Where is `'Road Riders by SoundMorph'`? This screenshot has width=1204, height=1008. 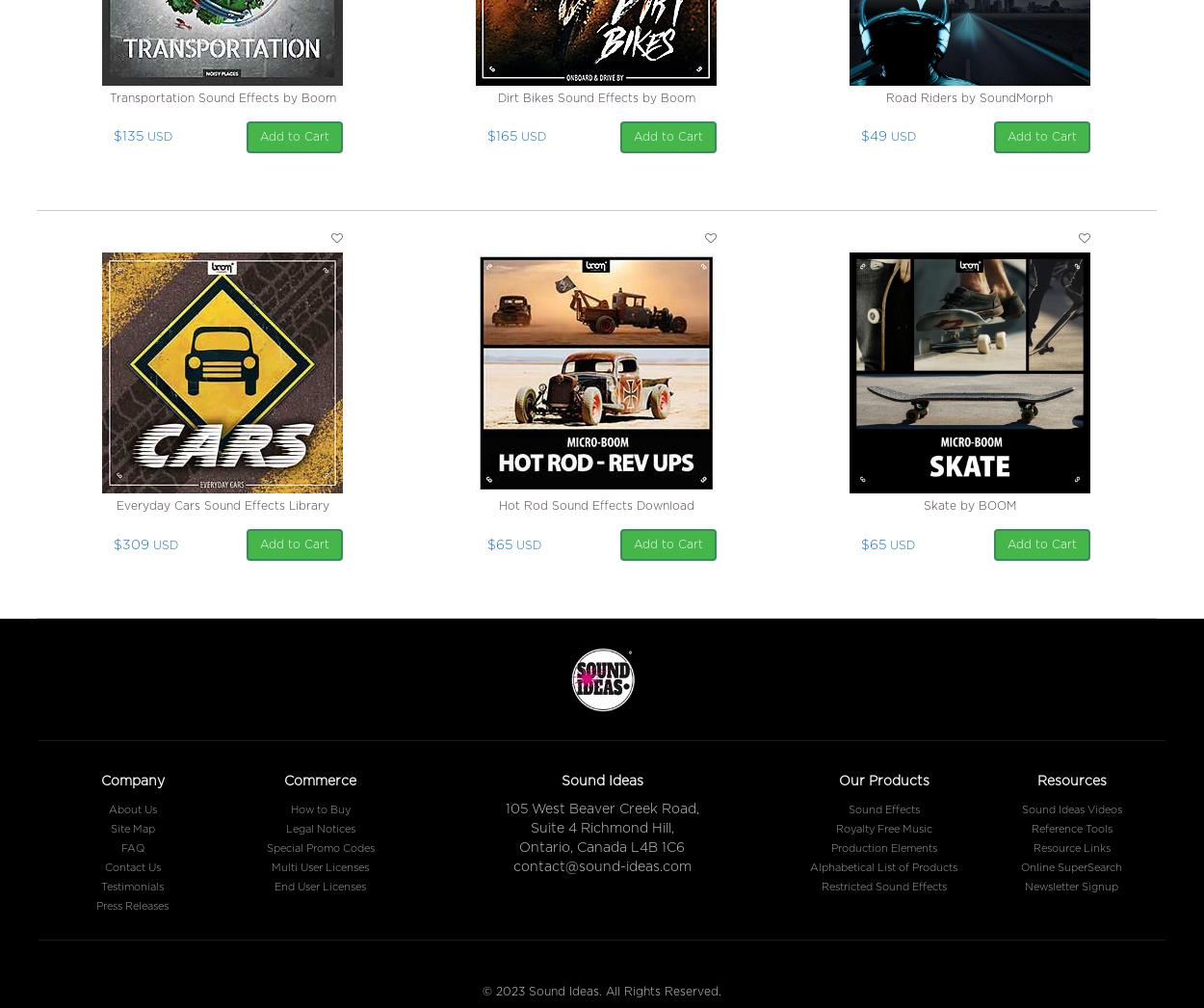 'Road Riders by SoundMorph' is located at coordinates (969, 97).